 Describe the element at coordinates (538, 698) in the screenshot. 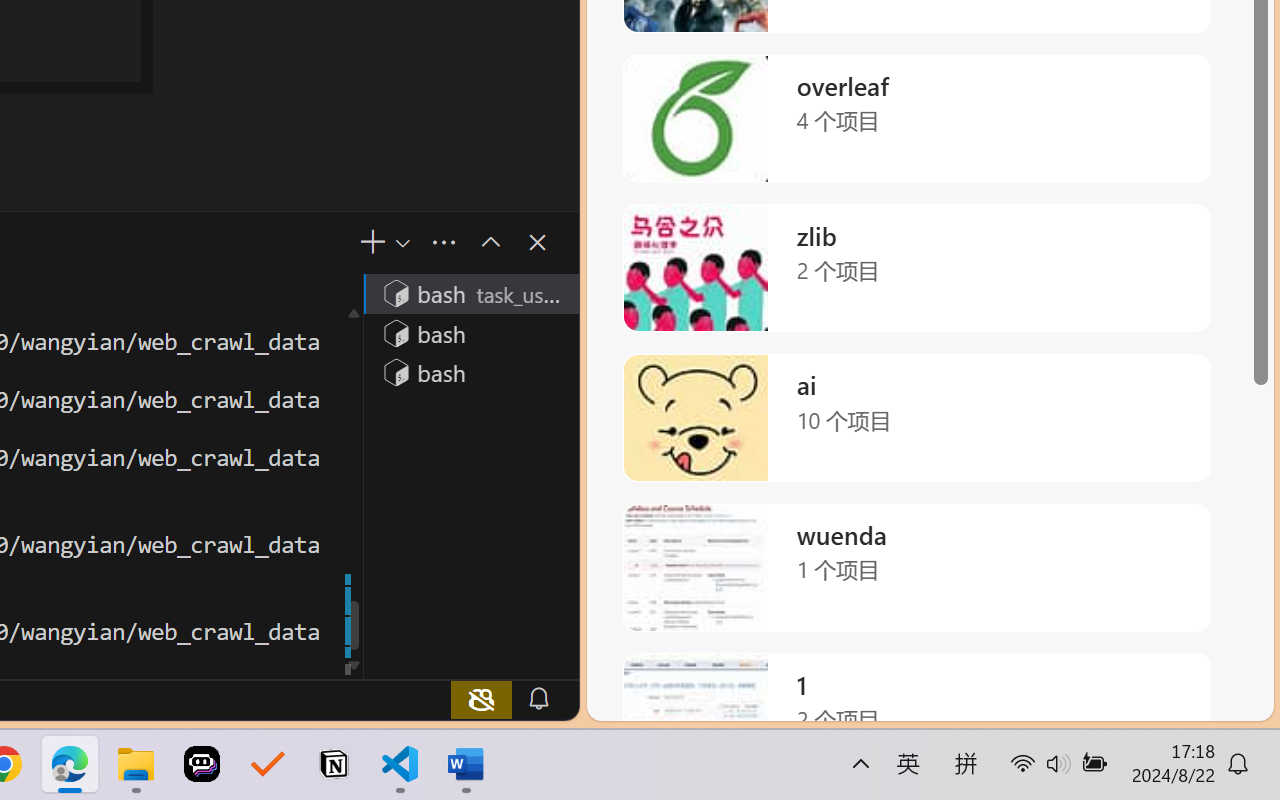

I see `'Notifications'` at that location.